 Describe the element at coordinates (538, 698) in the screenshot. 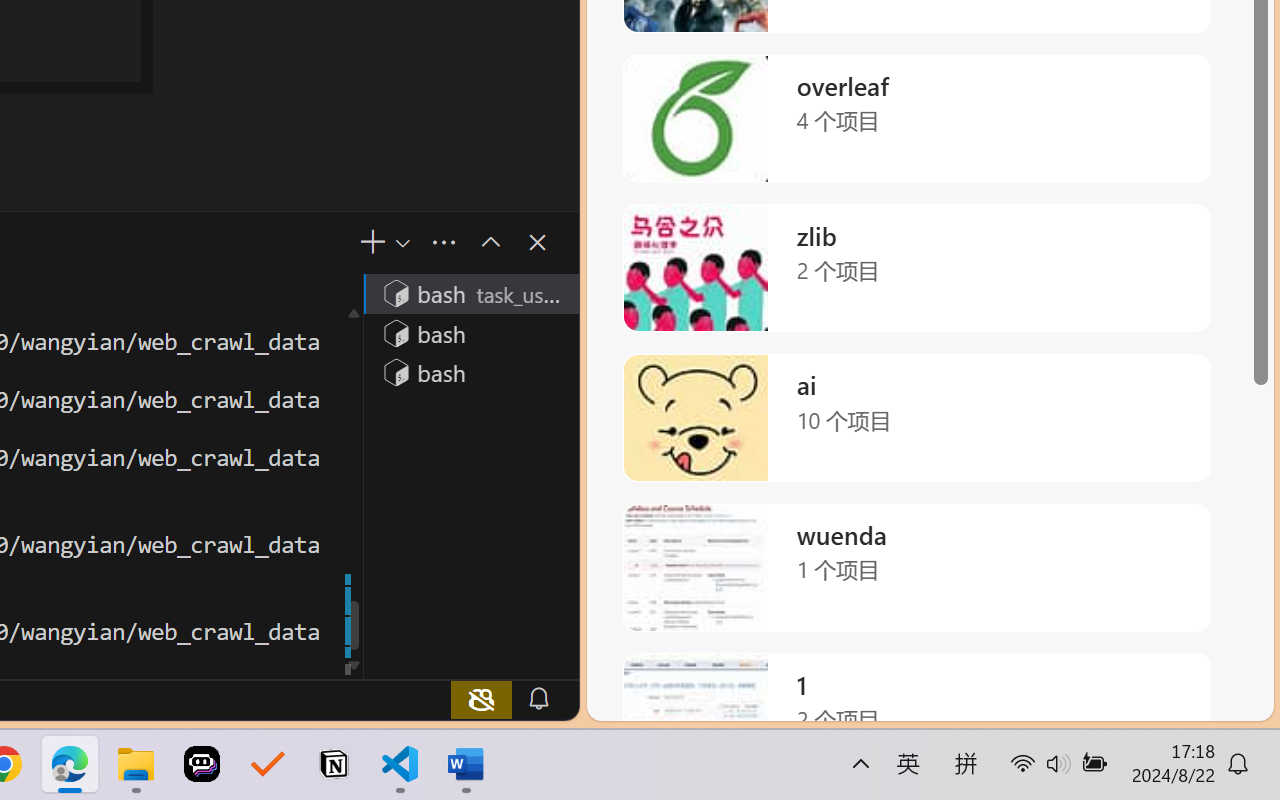

I see `'Notifications'` at that location.